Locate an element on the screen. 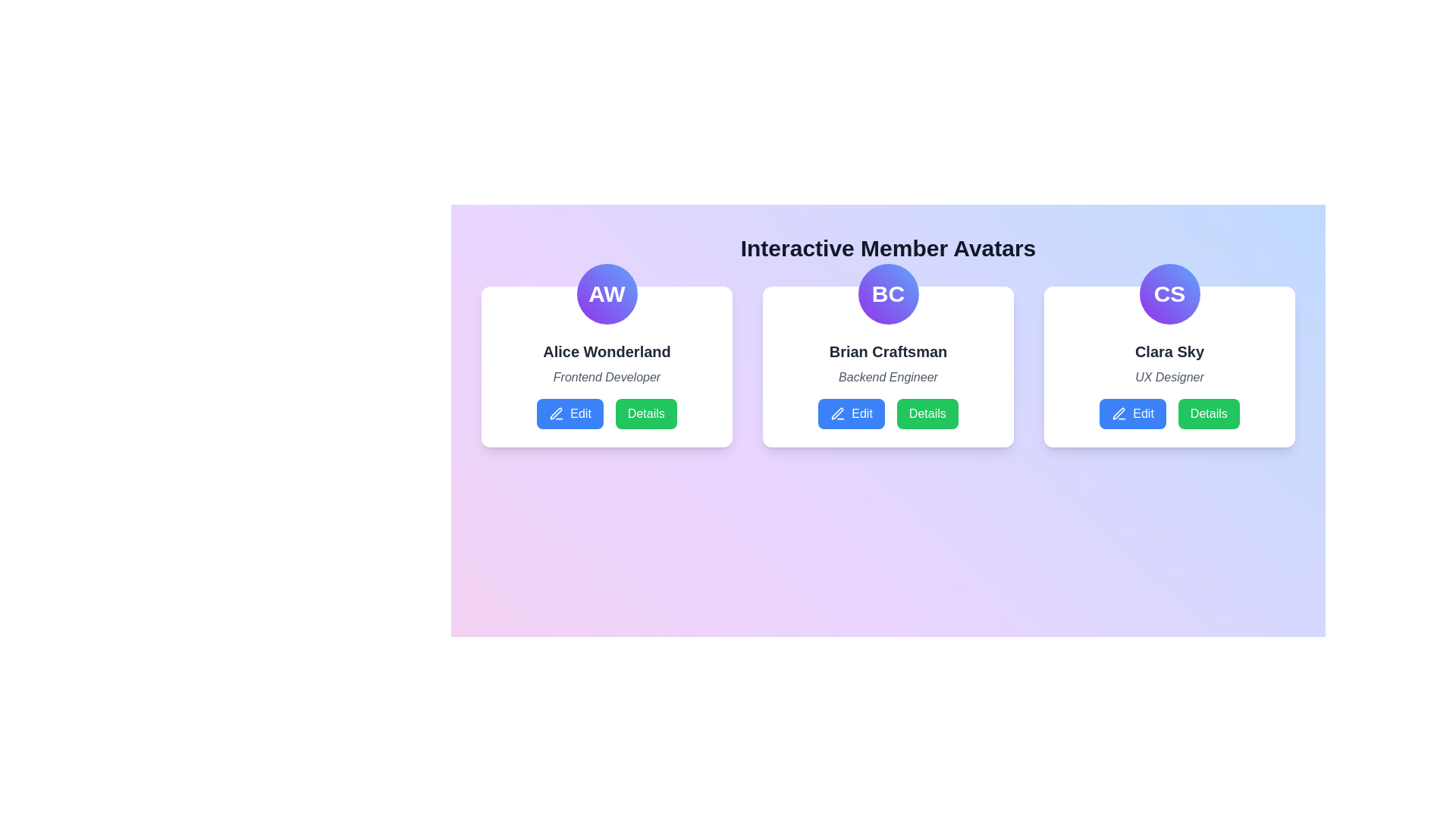 This screenshot has width=1456, height=819. the text label displaying 'Brian Craftsman', which is styled as a bold heading in dark gray, located in the middle card beneath the avatar 'BC' is located at coordinates (888, 351).